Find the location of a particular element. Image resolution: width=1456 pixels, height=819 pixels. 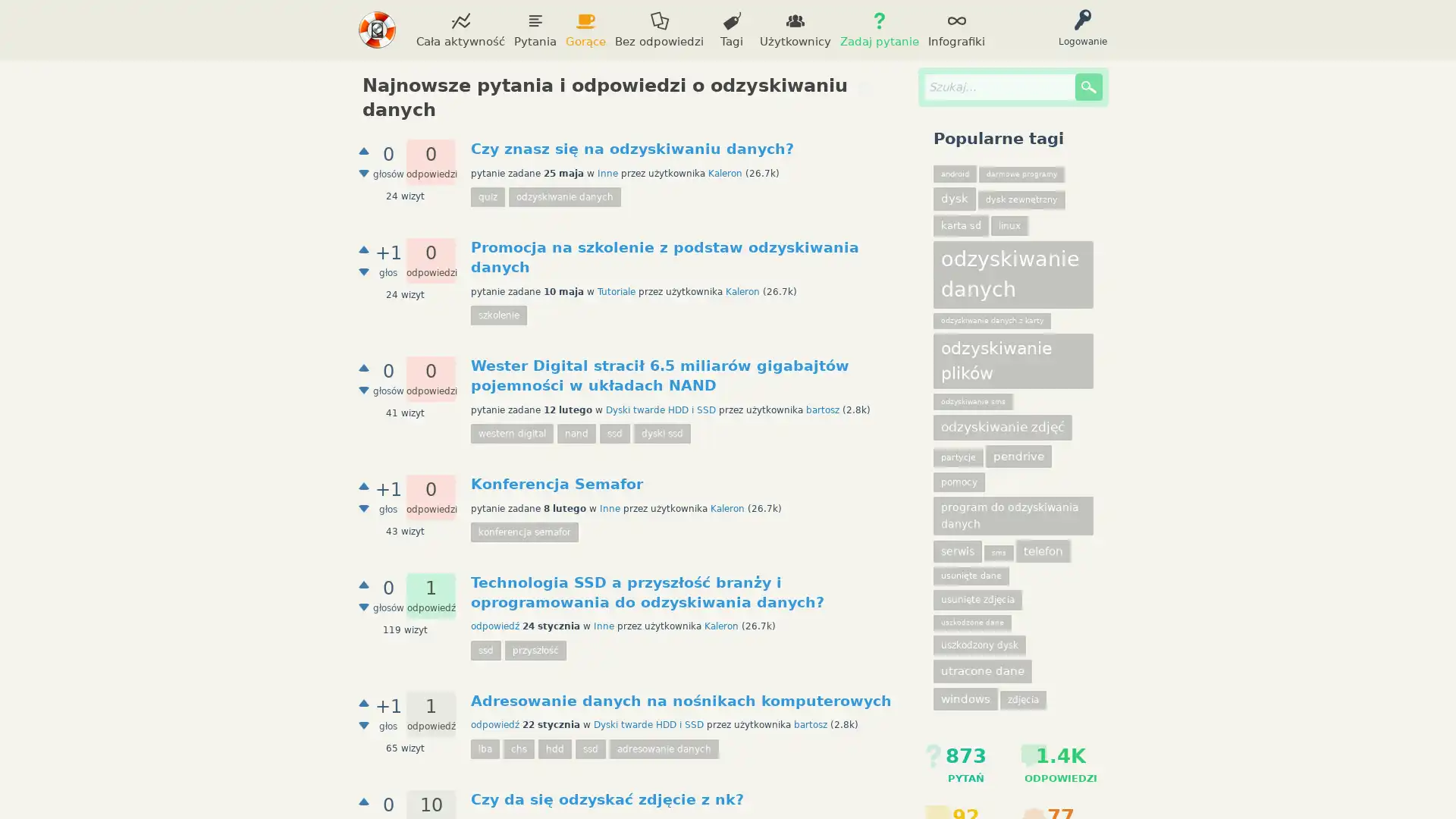

Szukaj is located at coordinates (1087, 87).